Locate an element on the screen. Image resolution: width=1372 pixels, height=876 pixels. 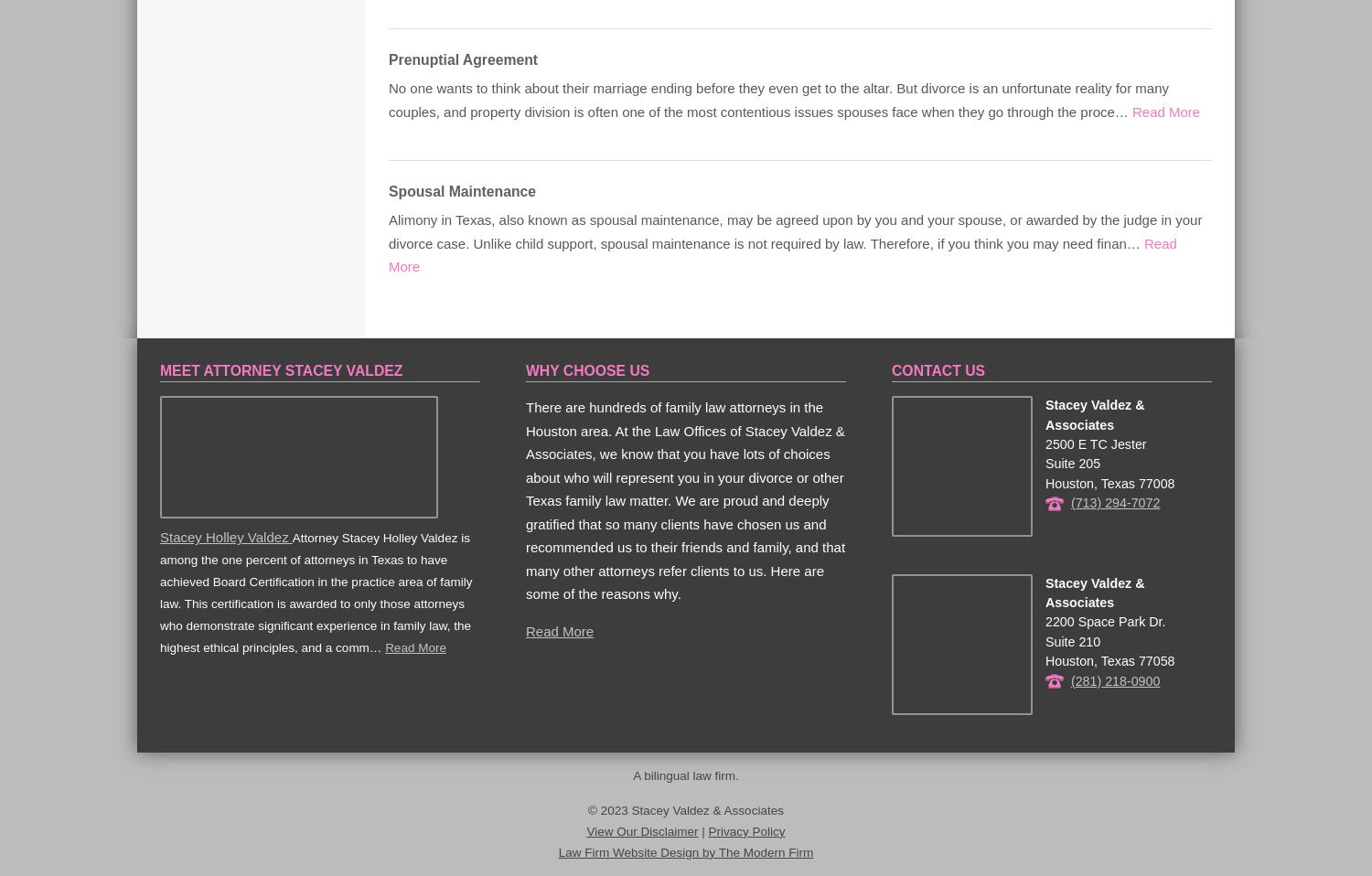
'There are hundreds of family law attorneys in the Houston area. At the Law Offices of Stacey Valdez & Associates, we know that you have lots of choices about who will represent you in your divorce or other Texas family law matter. We are proud and deeply gratified that so many clients have chosen us and recommended us to their friends and family, and that many other attorneys refer clients to us. Here are some of the reasons why.' is located at coordinates (684, 499).